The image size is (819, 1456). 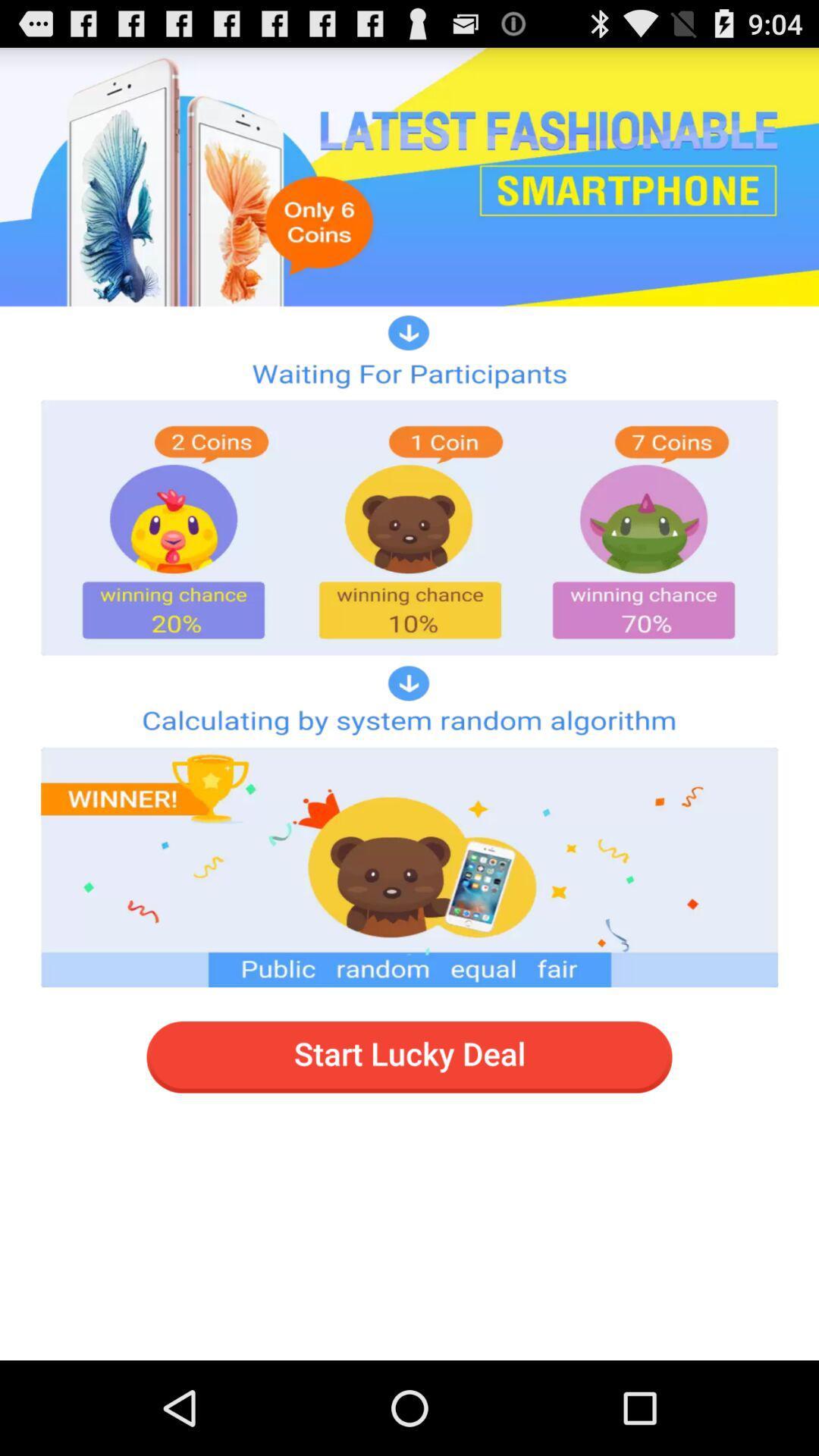 I want to click on the share icon, so click(x=717, y=450).